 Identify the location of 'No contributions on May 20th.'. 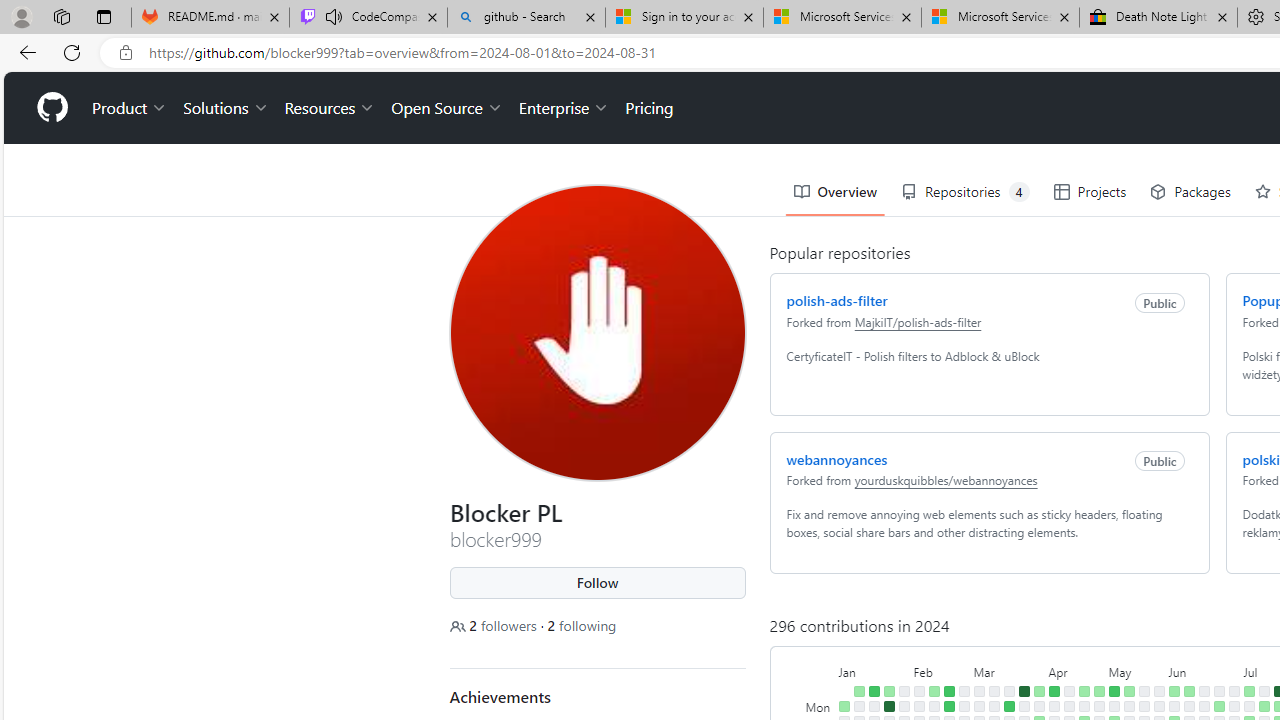
(1143, 705).